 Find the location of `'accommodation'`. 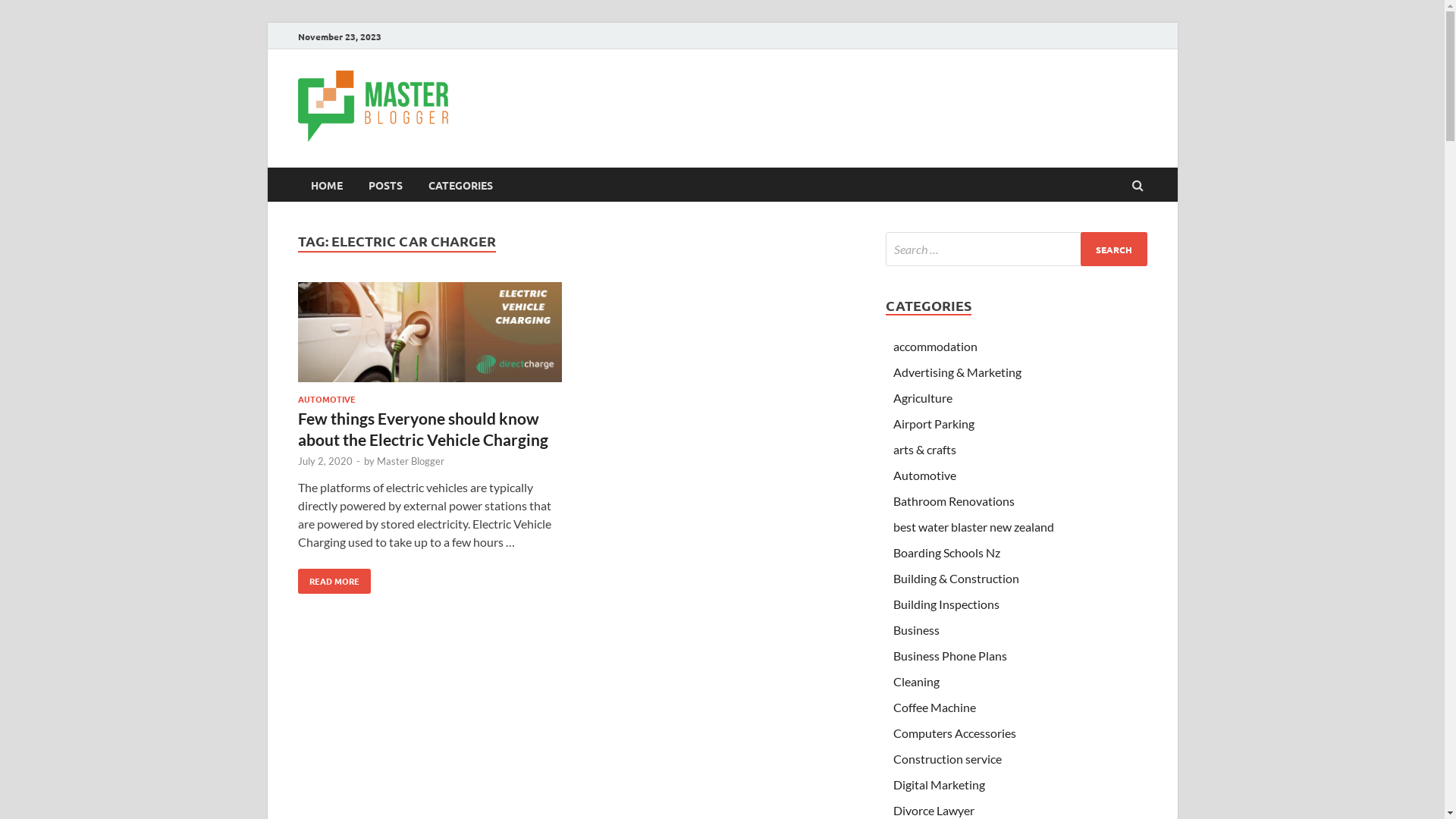

'accommodation' is located at coordinates (934, 346).